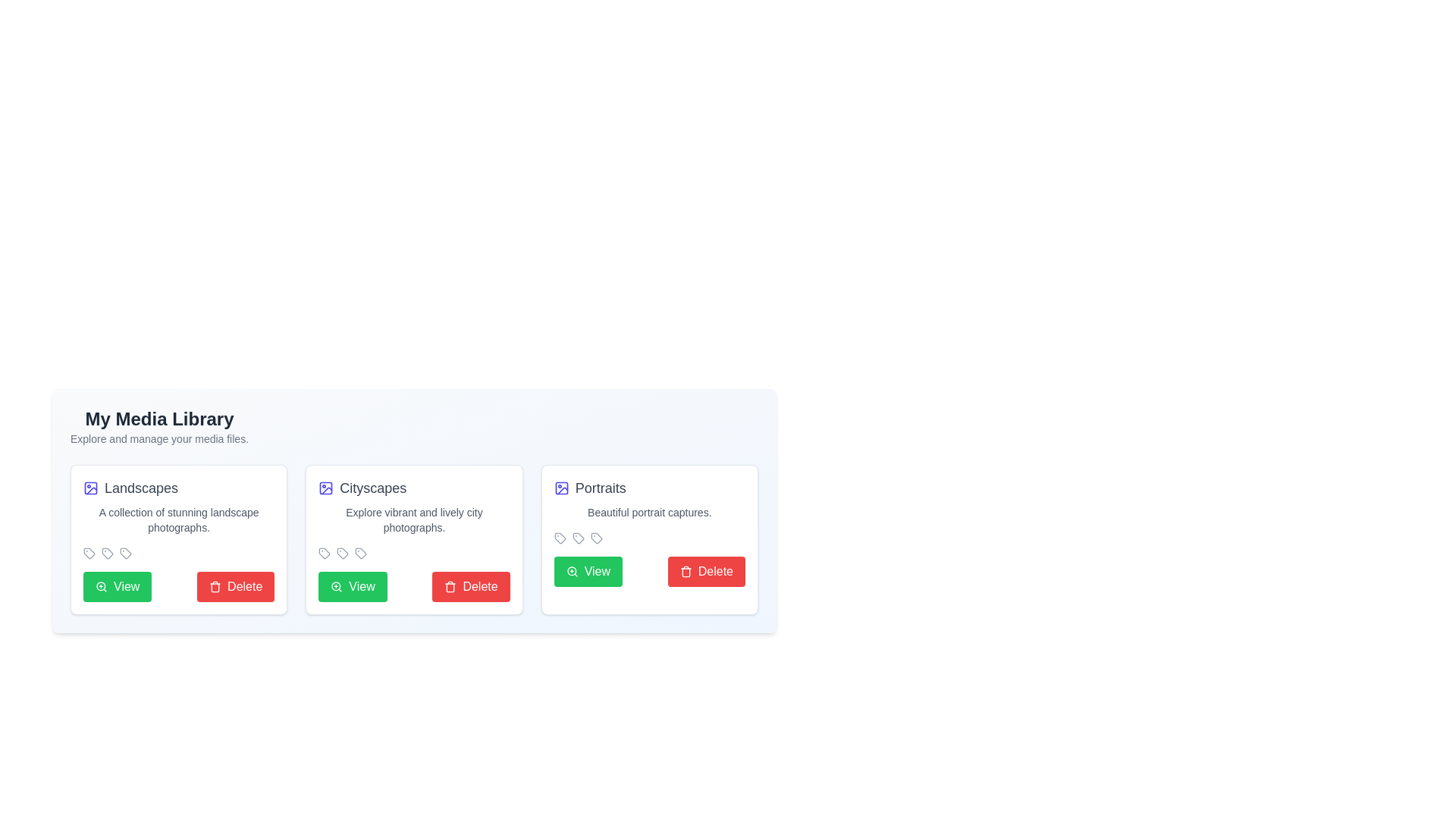 This screenshot has height=819, width=1456. Describe the element at coordinates (89, 553) in the screenshot. I see `the first tag icon located at the top left corner of the 'Landscapes' card` at that location.